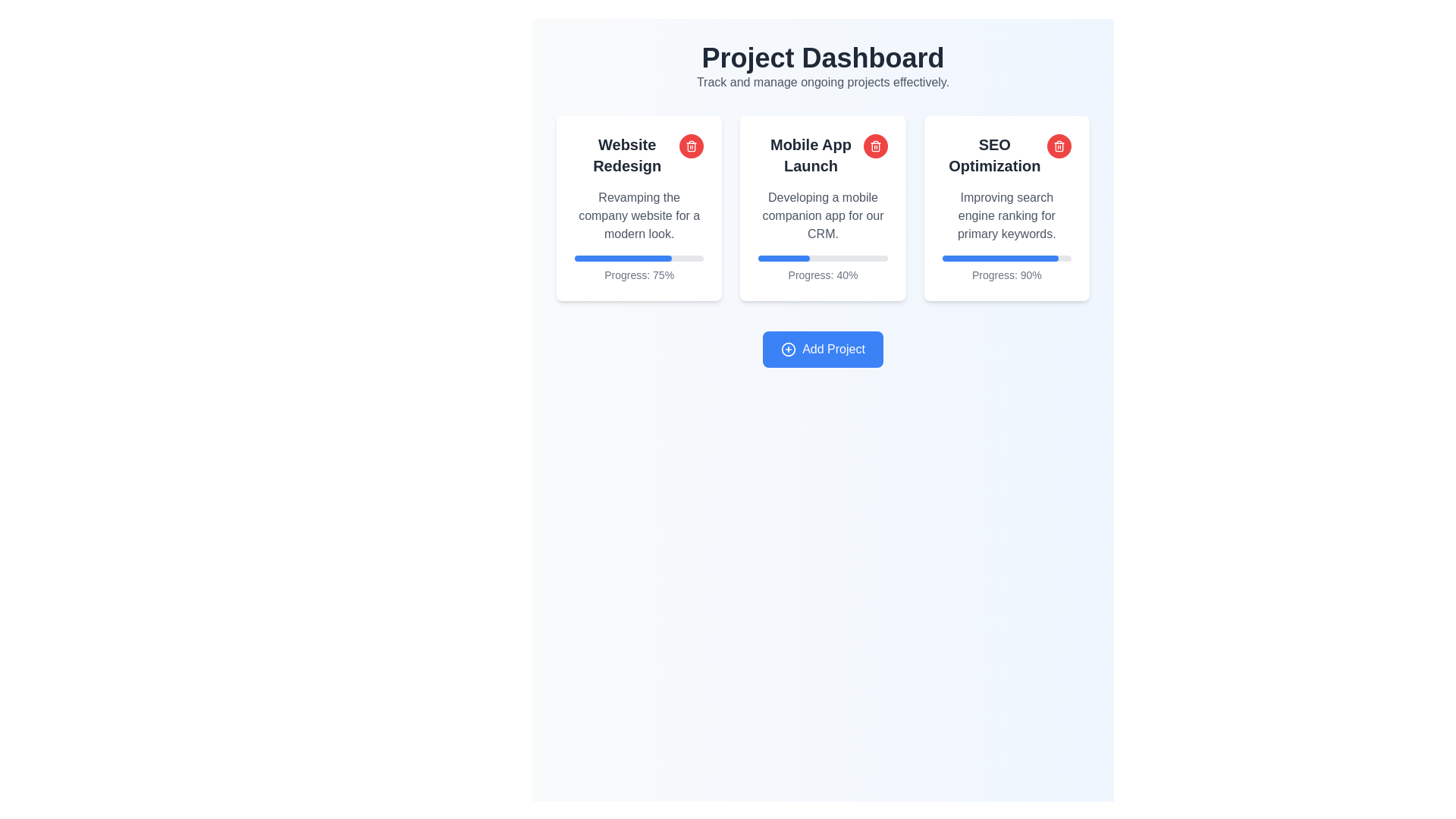 The height and width of the screenshot is (819, 1456). I want to click on the label displaying 'Progress: 40%' located within the 'Mobile App Launch' card, positioned below the progress bar, so click(822, 275).